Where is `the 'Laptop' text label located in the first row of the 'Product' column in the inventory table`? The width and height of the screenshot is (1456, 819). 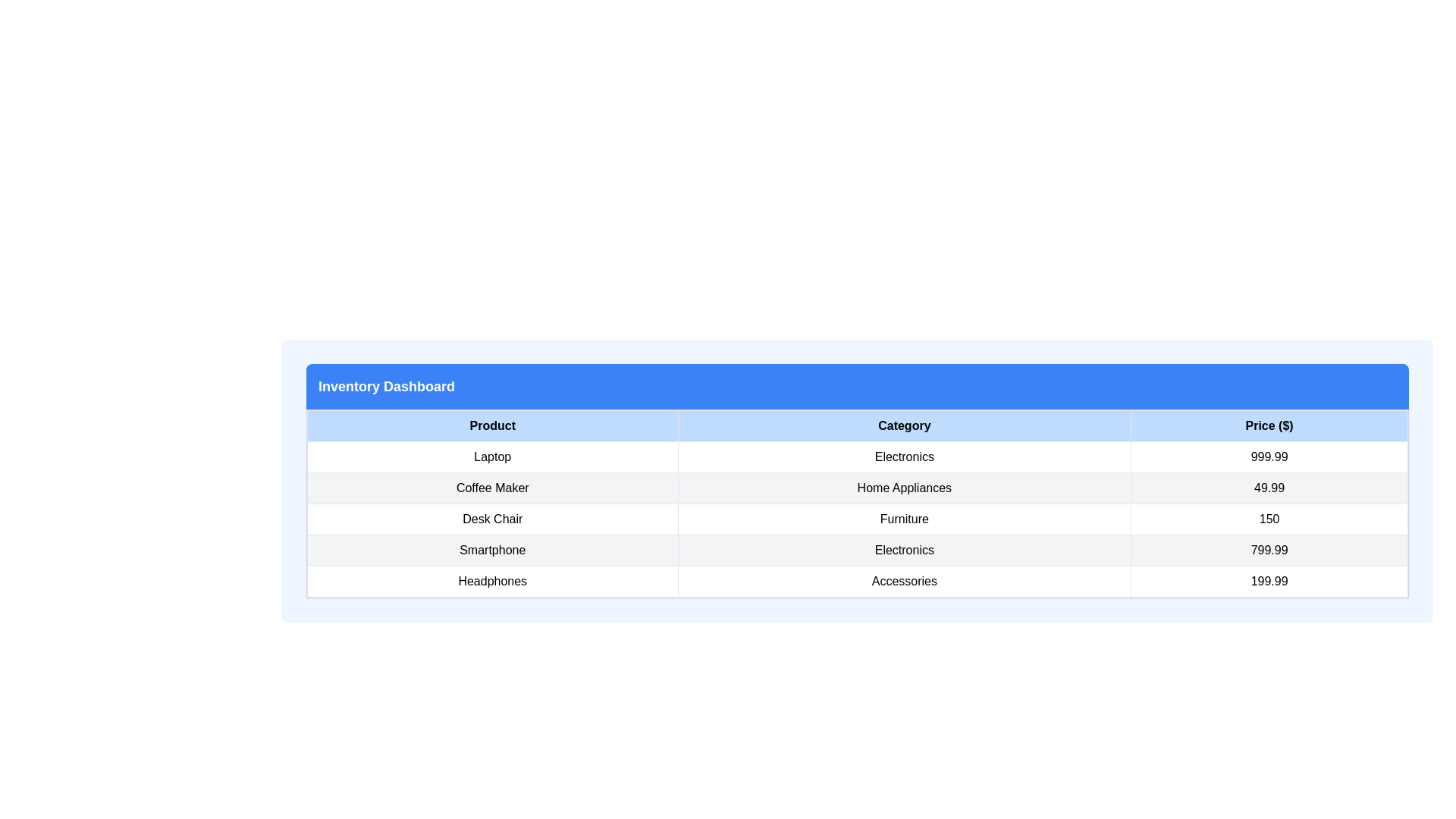 the 'Laptop' text label located in the first row of the 'Product' column in the inventory table is located at coordinates (492, 456).